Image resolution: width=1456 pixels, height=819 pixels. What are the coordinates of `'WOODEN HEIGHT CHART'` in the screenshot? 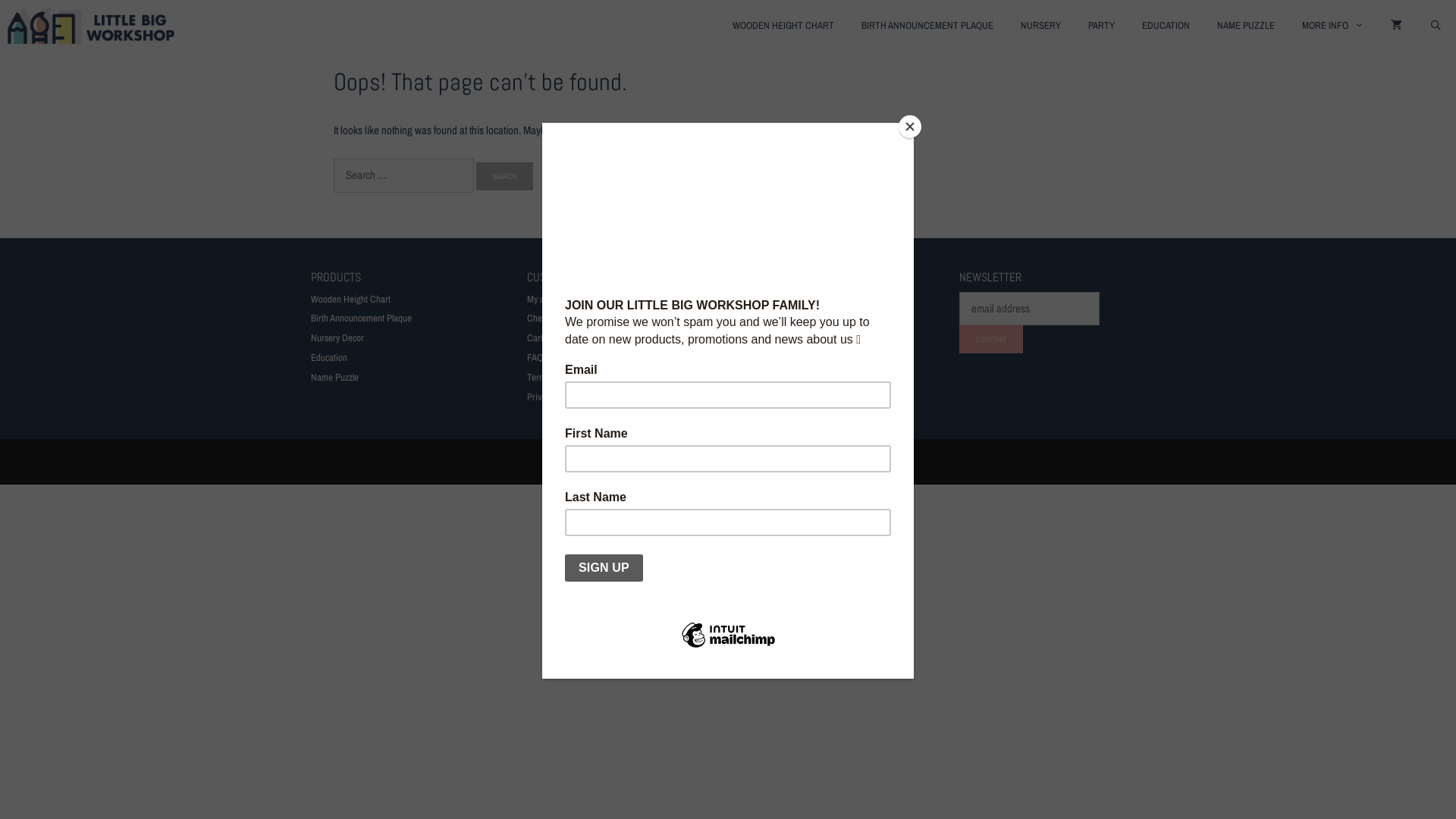 It's located at (783, 26).